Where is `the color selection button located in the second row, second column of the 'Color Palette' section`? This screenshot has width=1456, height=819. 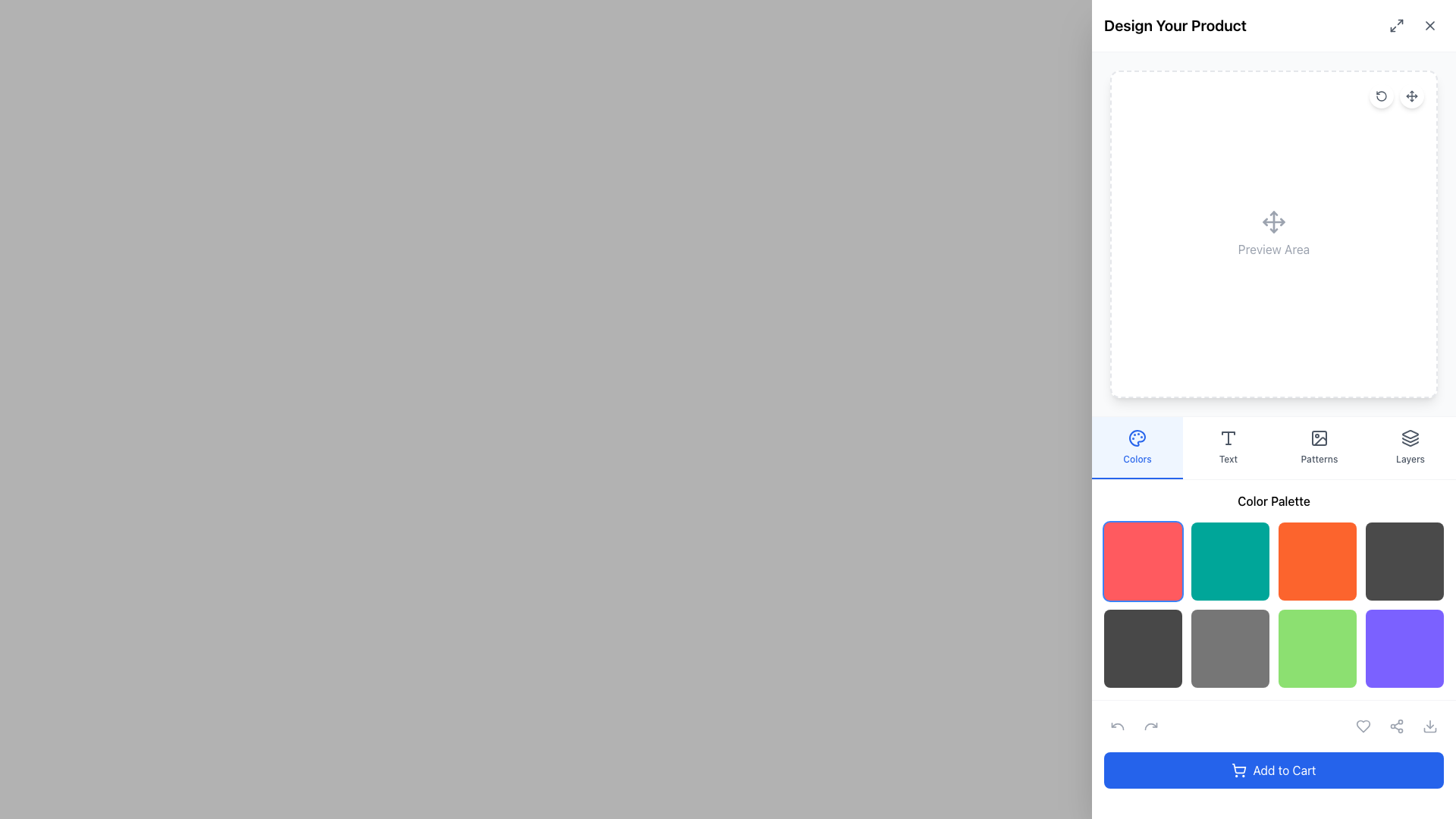 the color selection button located in the second row, second column of the 'Color Palette' section is located at coordinates (1230, 648).